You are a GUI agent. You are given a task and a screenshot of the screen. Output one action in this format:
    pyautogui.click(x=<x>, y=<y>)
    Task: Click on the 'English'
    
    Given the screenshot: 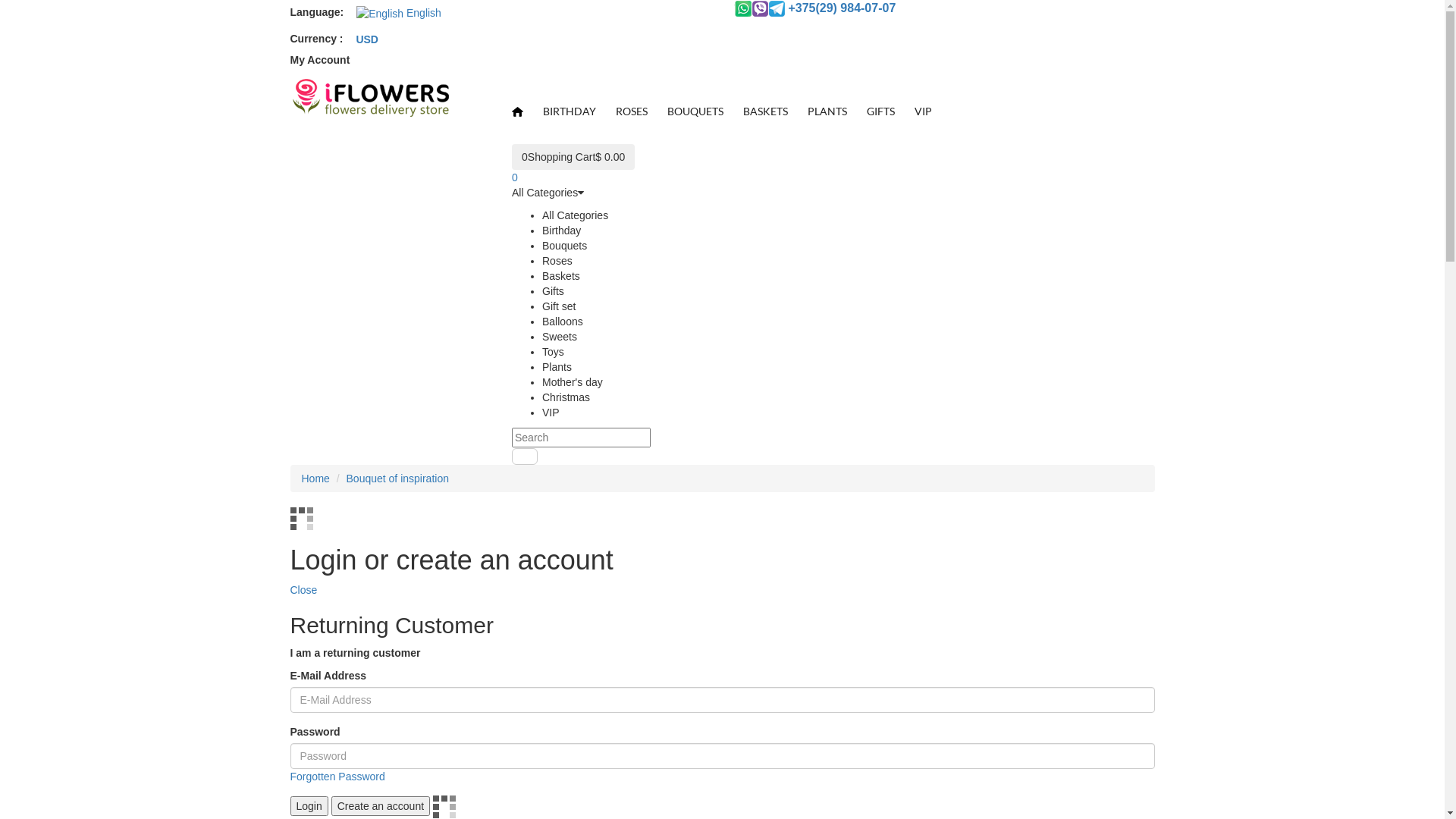 What is the action you would take?
    pyautogui.click(x=345, y=13)
    